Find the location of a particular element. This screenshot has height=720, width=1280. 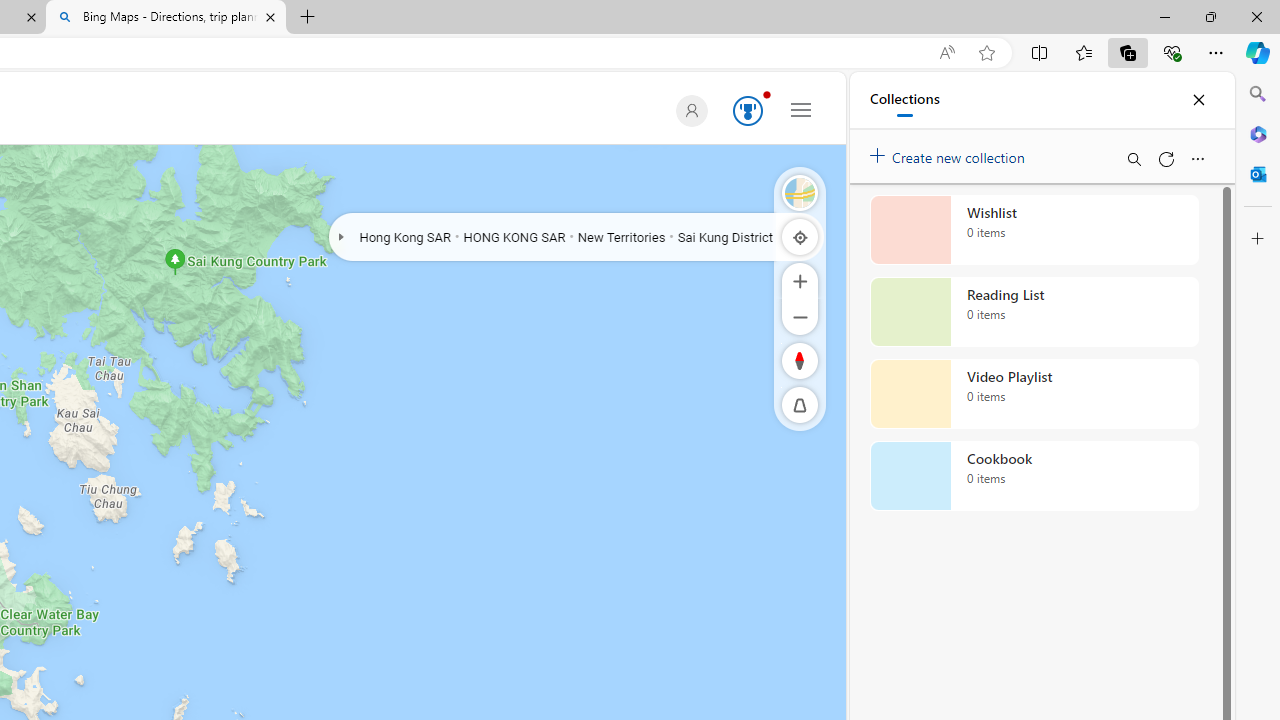

'Create new collection' is located at coordinates (950, 152).